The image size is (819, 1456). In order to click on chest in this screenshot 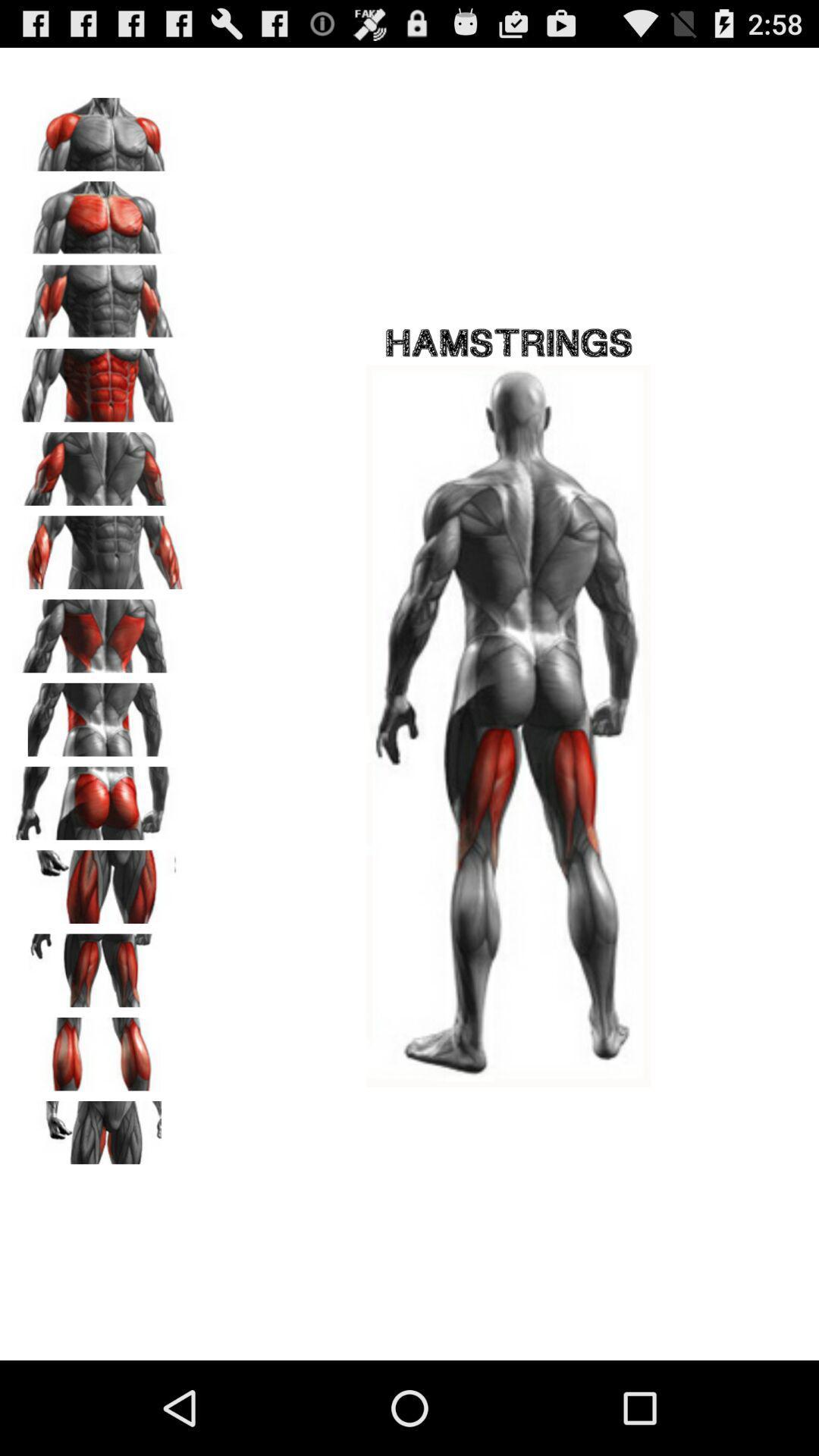, I will do `click(99, 212)`.